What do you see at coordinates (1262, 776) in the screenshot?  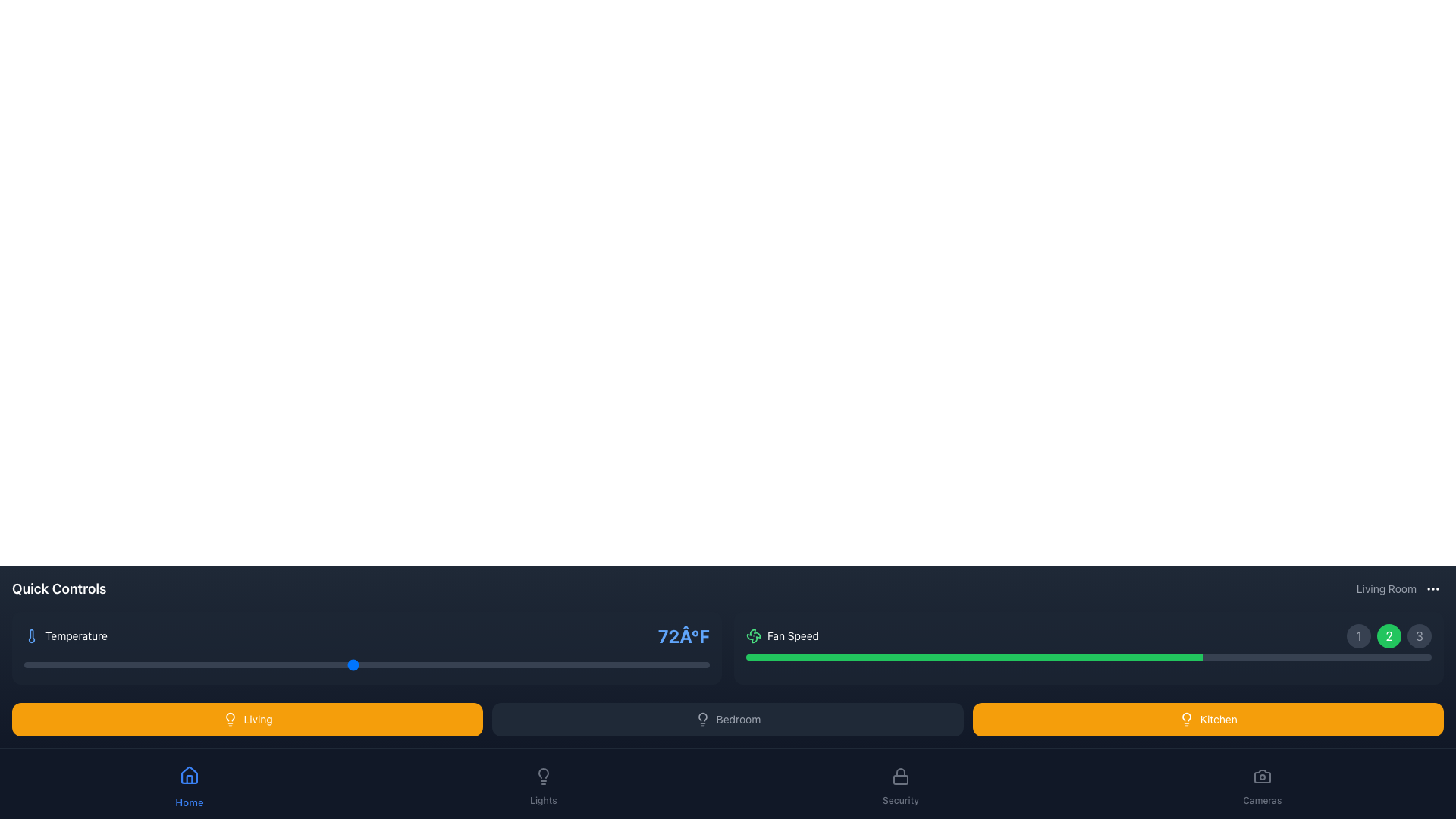 I see `the camera icon located above the 'Cameras' text label in the navigation segment of the interface` at bounding box center [1262, 776].